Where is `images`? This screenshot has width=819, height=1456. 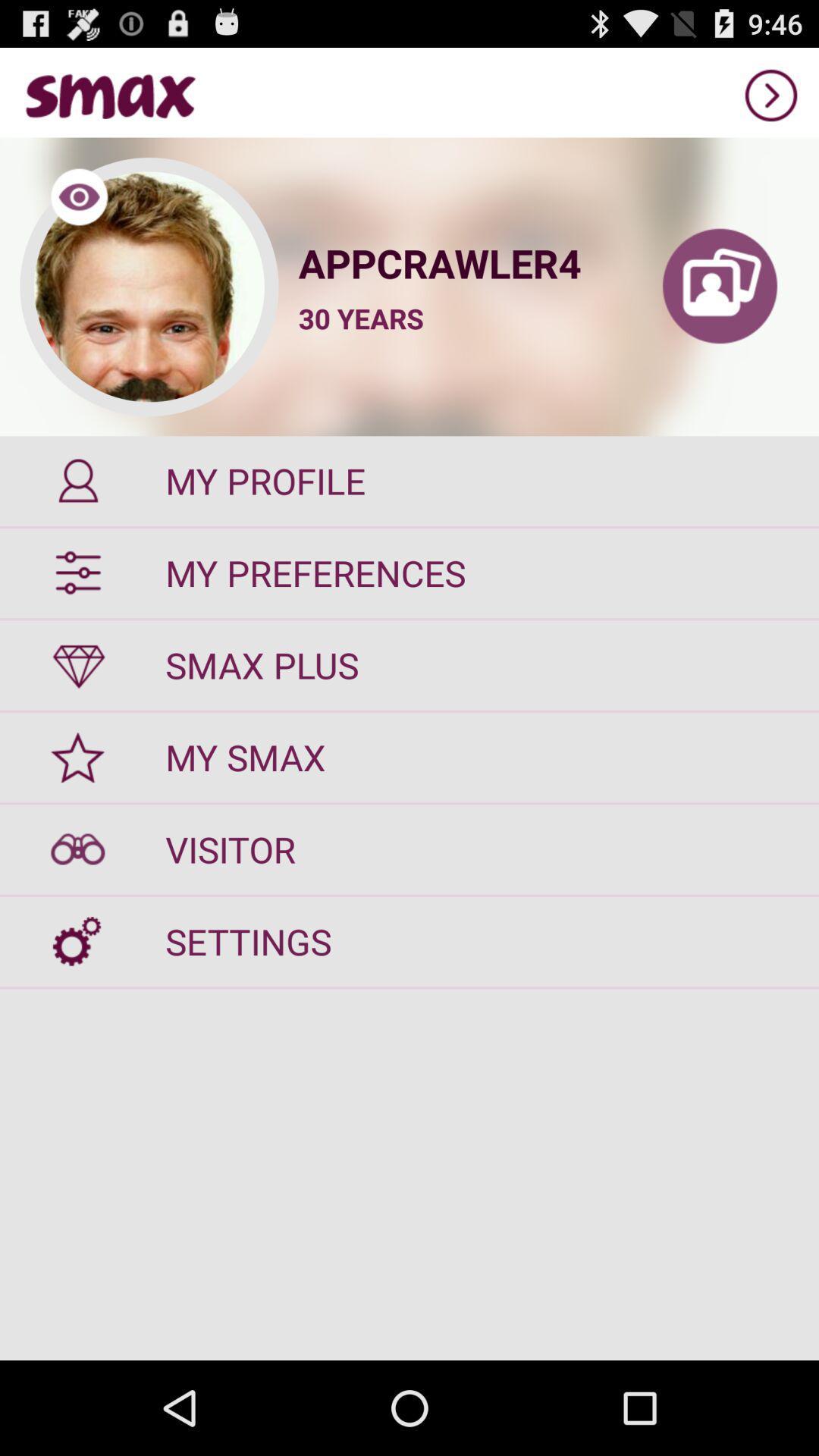
images is located at coordinates (719, 287).